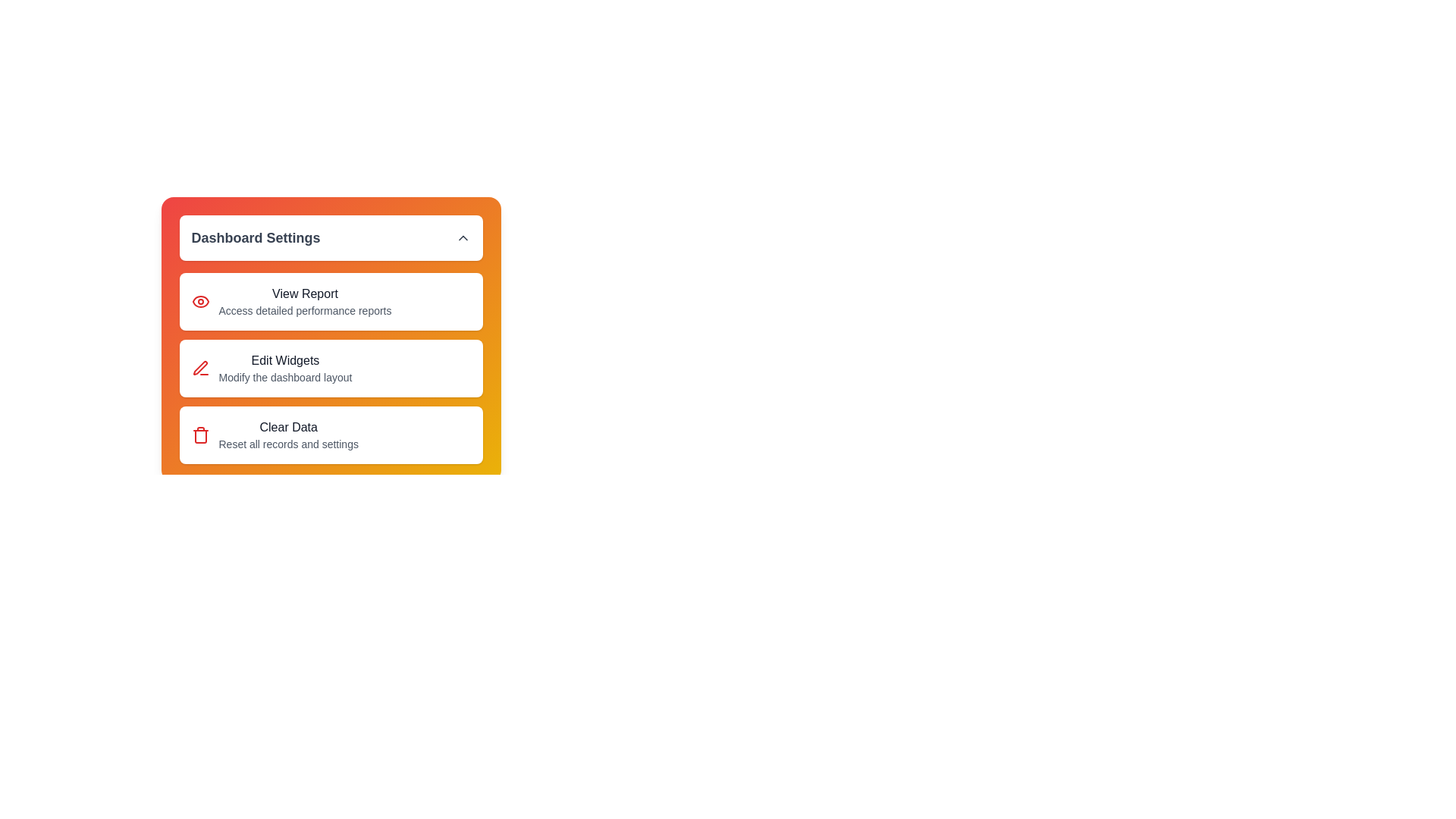 Image resolution: width=1456 pixels, height=819 pixels. Describe the element at coordinates (199, 369) in the screenshot. I see `the icon associated with Edit Widgets` at that location.